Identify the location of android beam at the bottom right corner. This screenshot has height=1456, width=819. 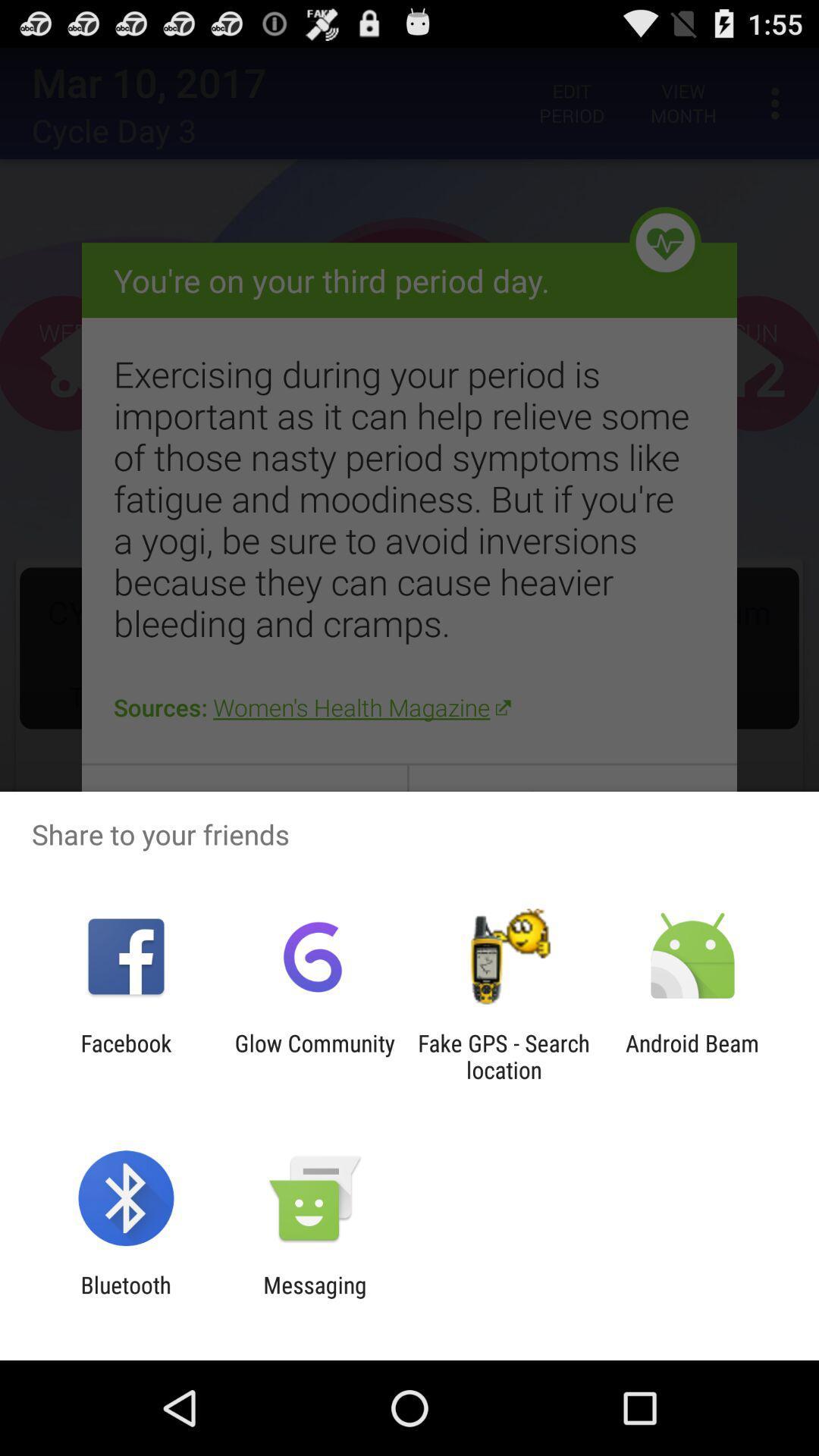
(692, 1056).